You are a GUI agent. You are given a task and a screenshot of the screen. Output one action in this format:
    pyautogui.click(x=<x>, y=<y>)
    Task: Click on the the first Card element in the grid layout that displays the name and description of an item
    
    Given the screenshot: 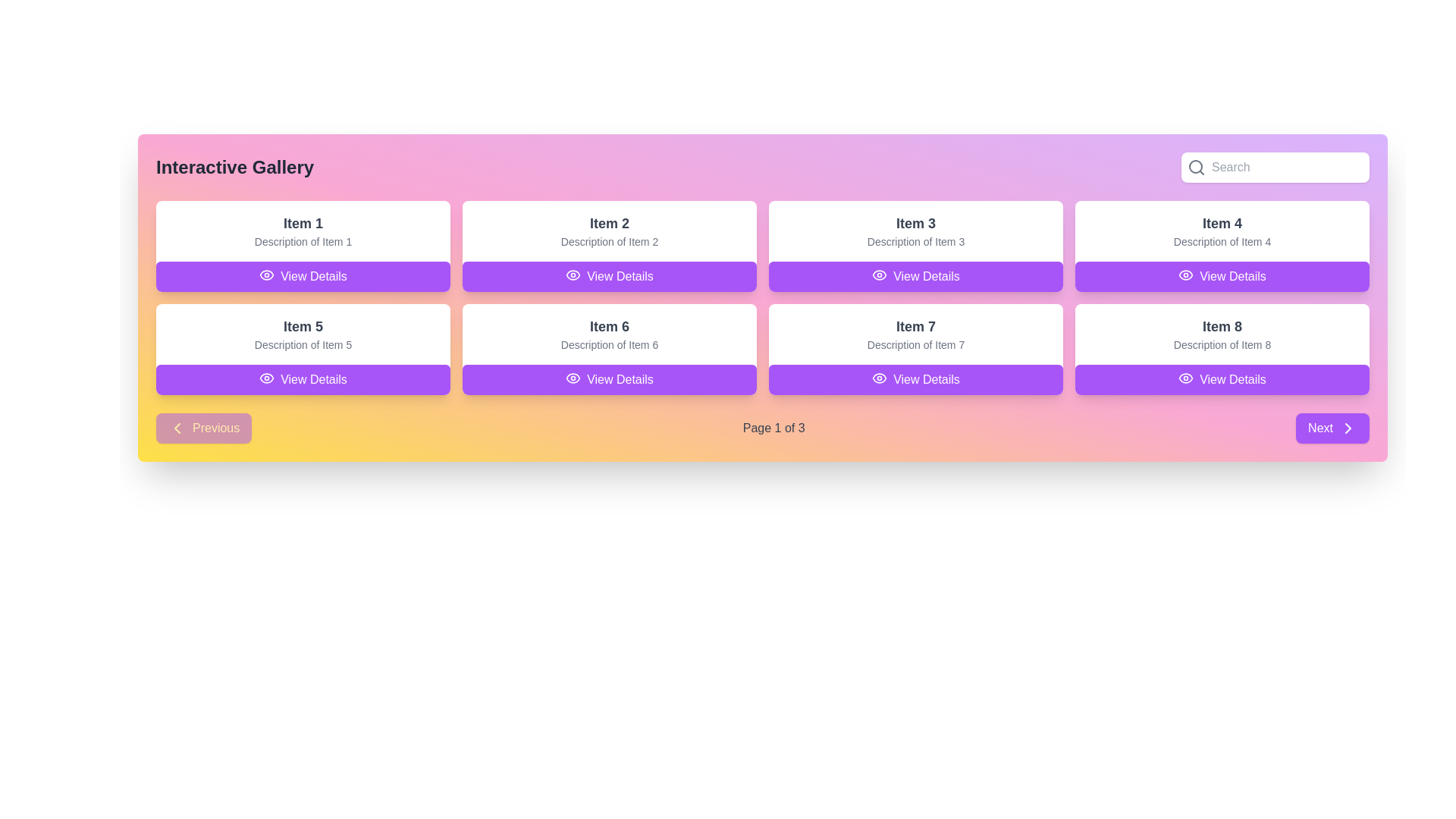 What is the action you would take?
    pyautogui.click(x=303, y=231)
    